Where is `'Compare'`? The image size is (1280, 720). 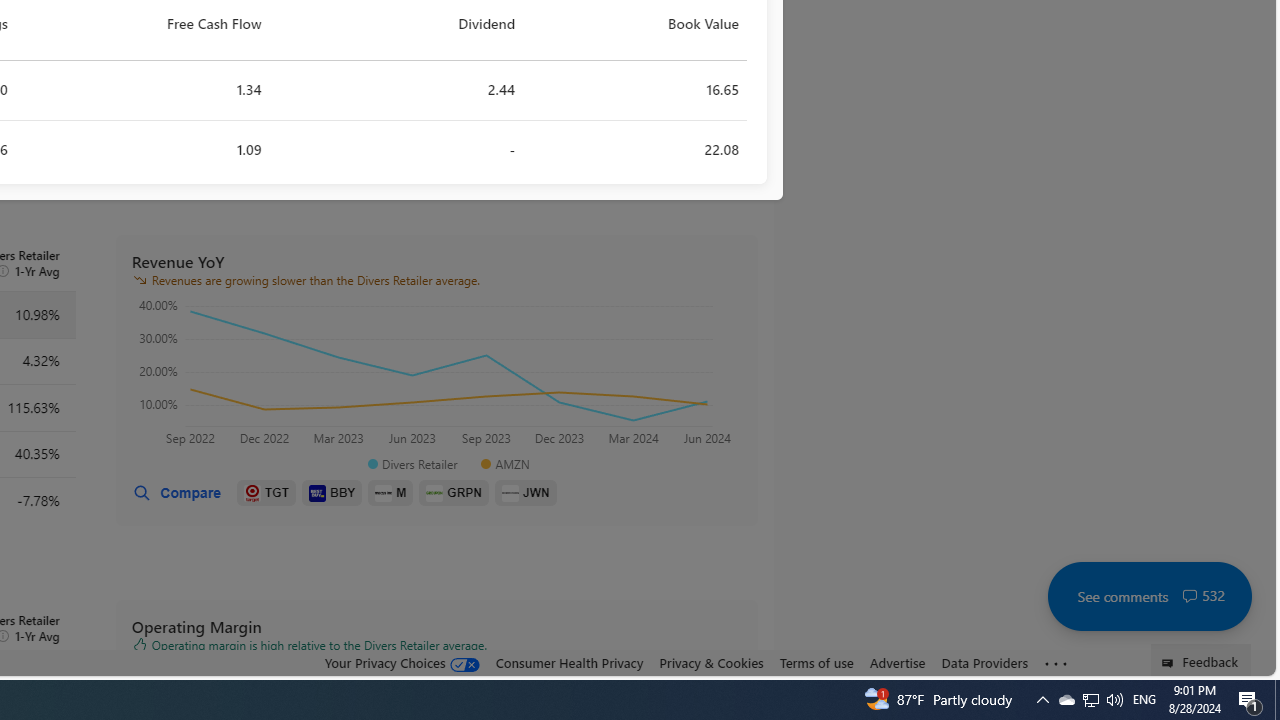
'Compare' is located at coordinates (176, 493).